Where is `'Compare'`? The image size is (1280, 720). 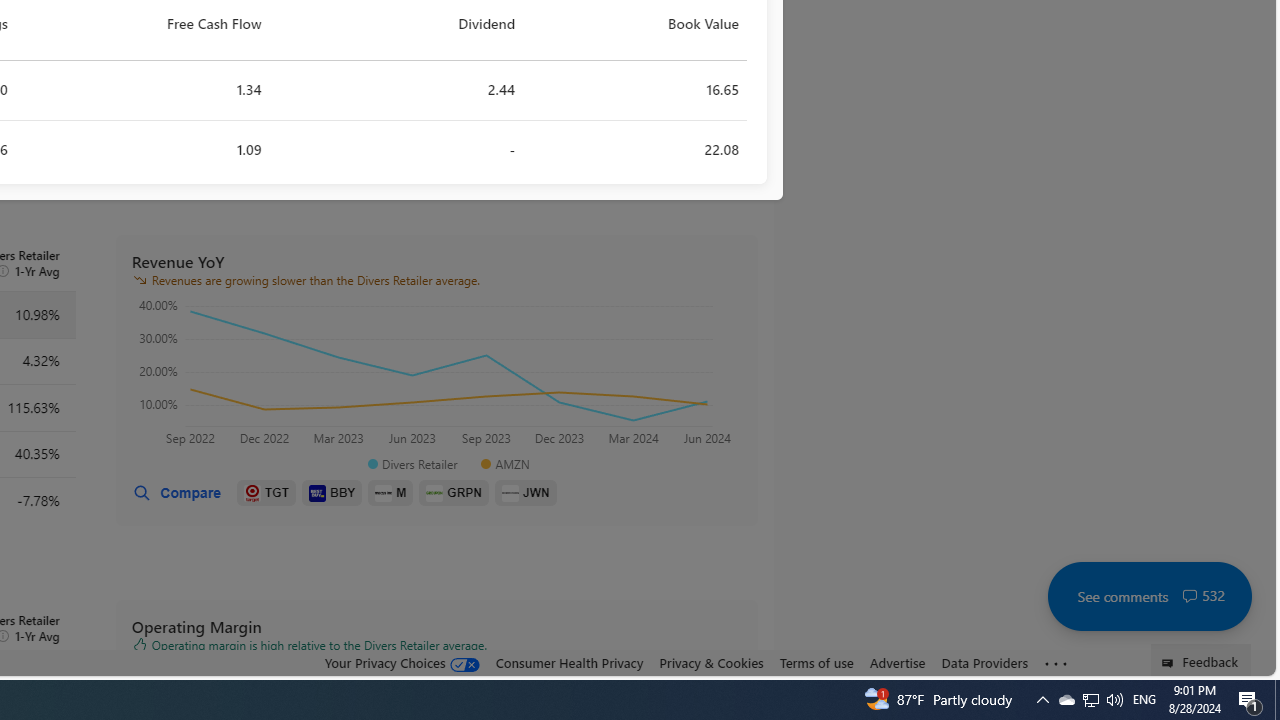
'Compare' is located at coordinates (176, 493).